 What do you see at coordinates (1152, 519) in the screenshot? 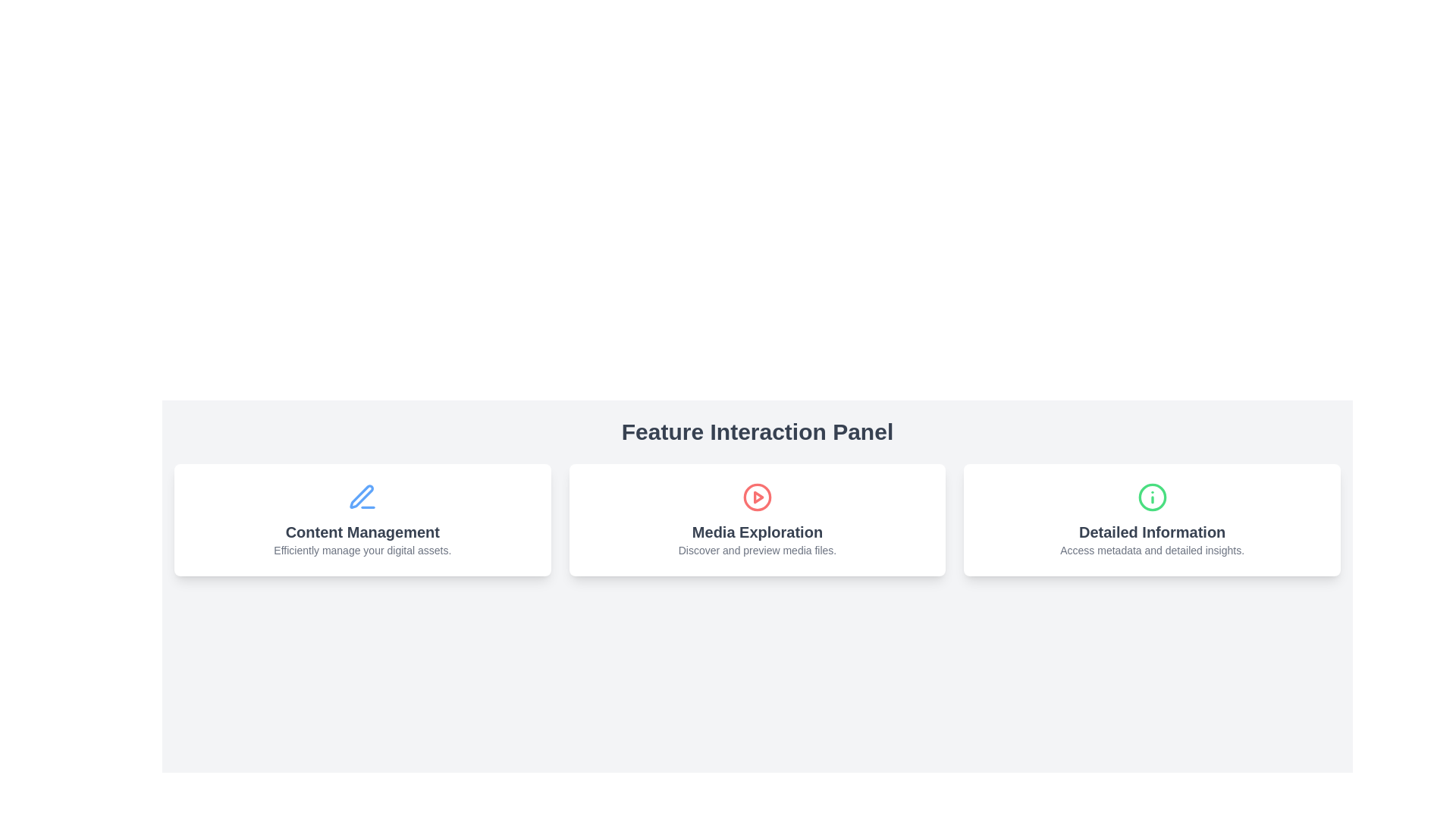
I see `the Information Card, which is the third card in a horizontal grid of three cards` at bounding box center [1152, 519].